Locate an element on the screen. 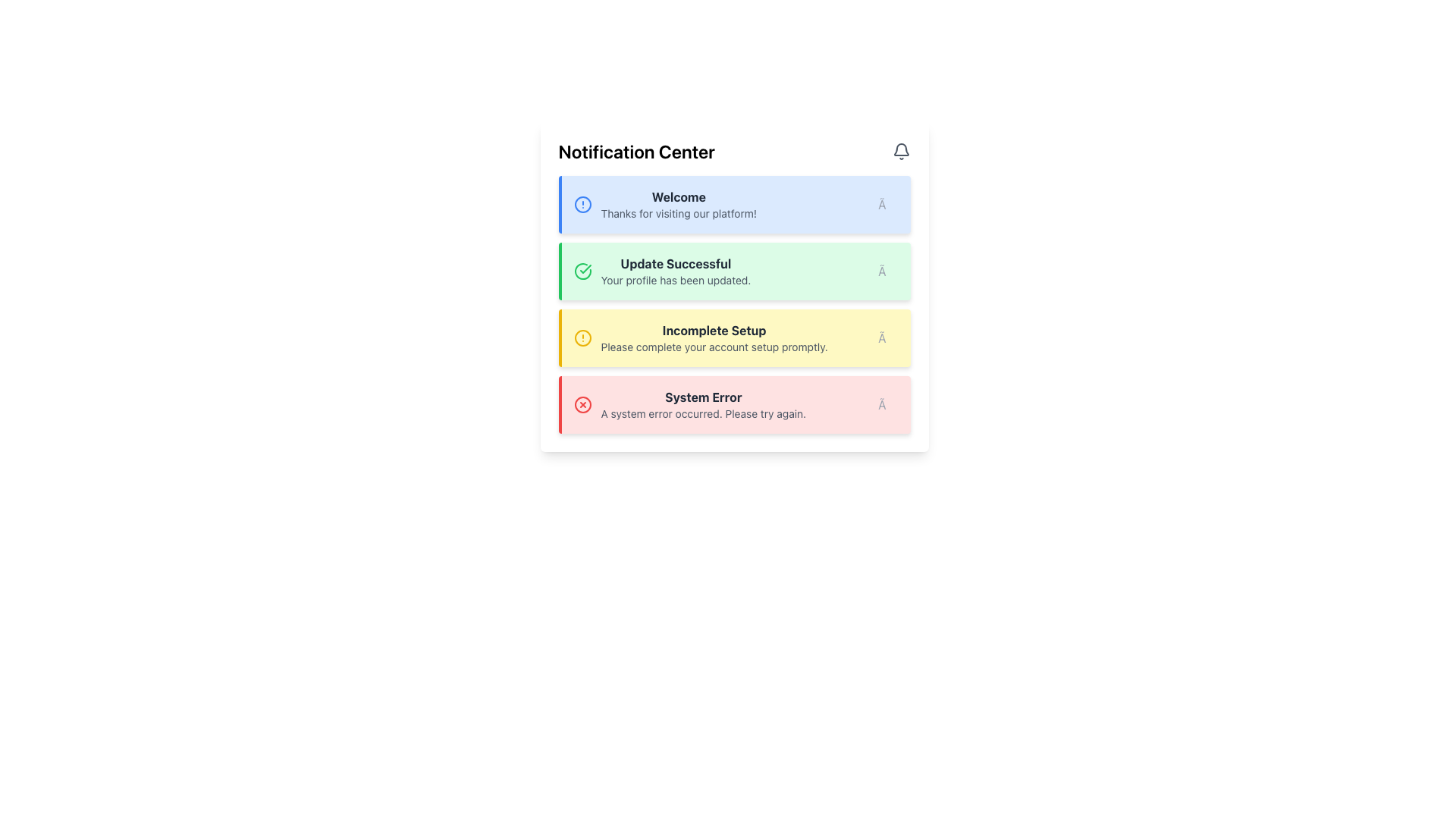 This screenshot has width=1456, height=819. the circular green-colored icon with a checkmark inside, located within the 'Update Successful' notification box, to the left of the notification text is located at coordinates (582, 271).